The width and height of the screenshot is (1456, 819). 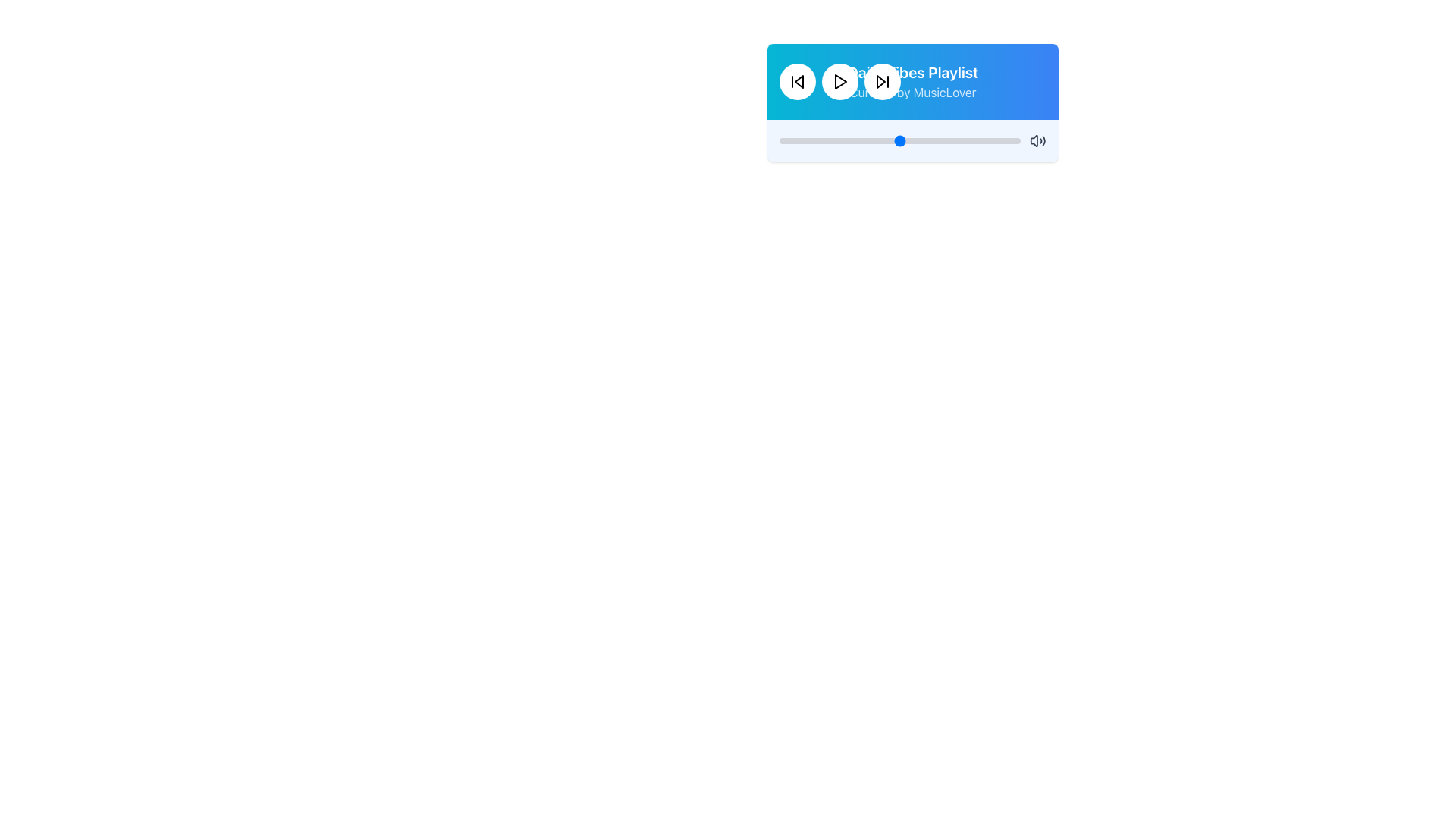 I want to click on slider value, so click(x=786, y=140).